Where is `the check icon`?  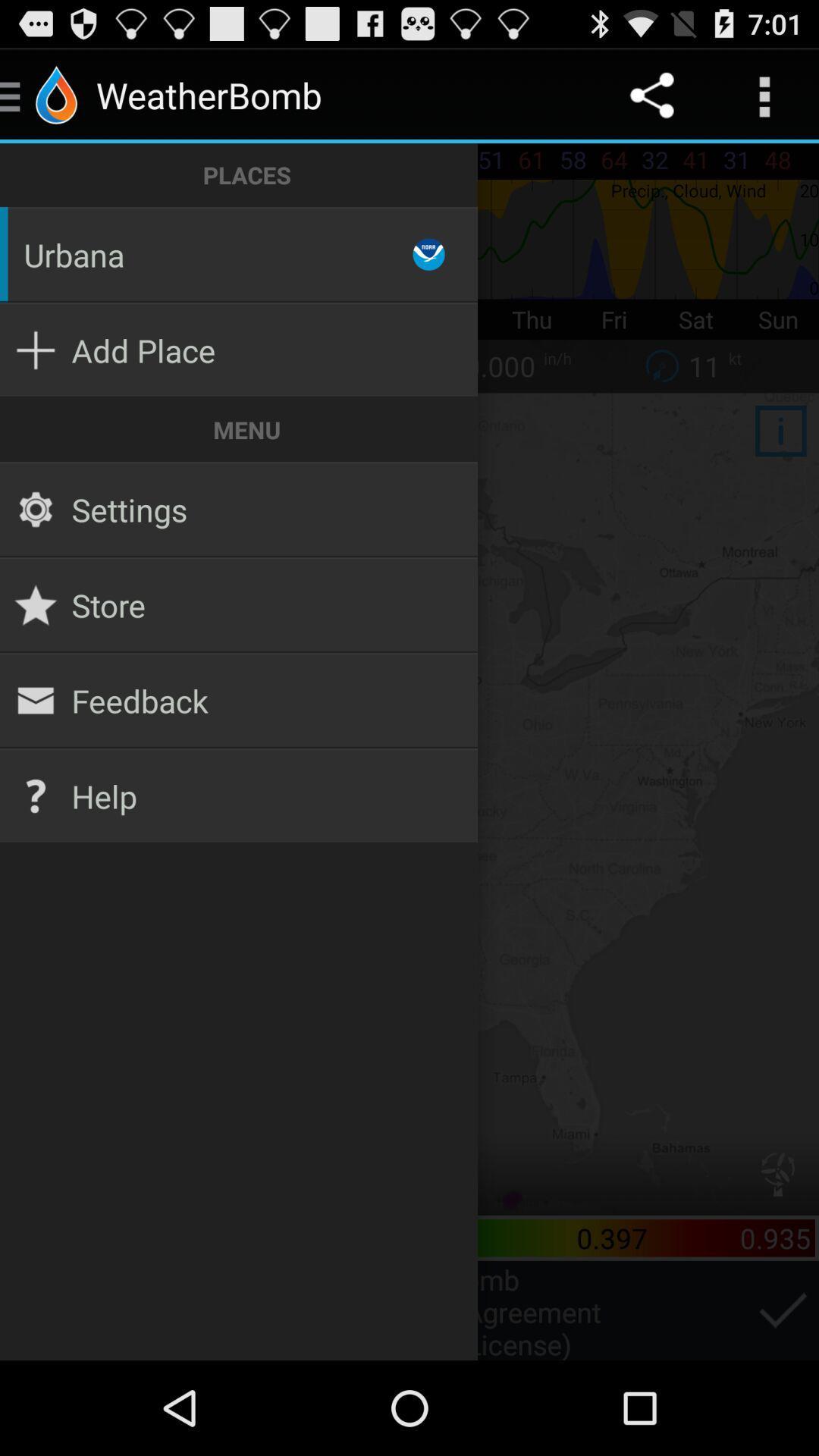
the check icon is located at coordinates (783, 1401).